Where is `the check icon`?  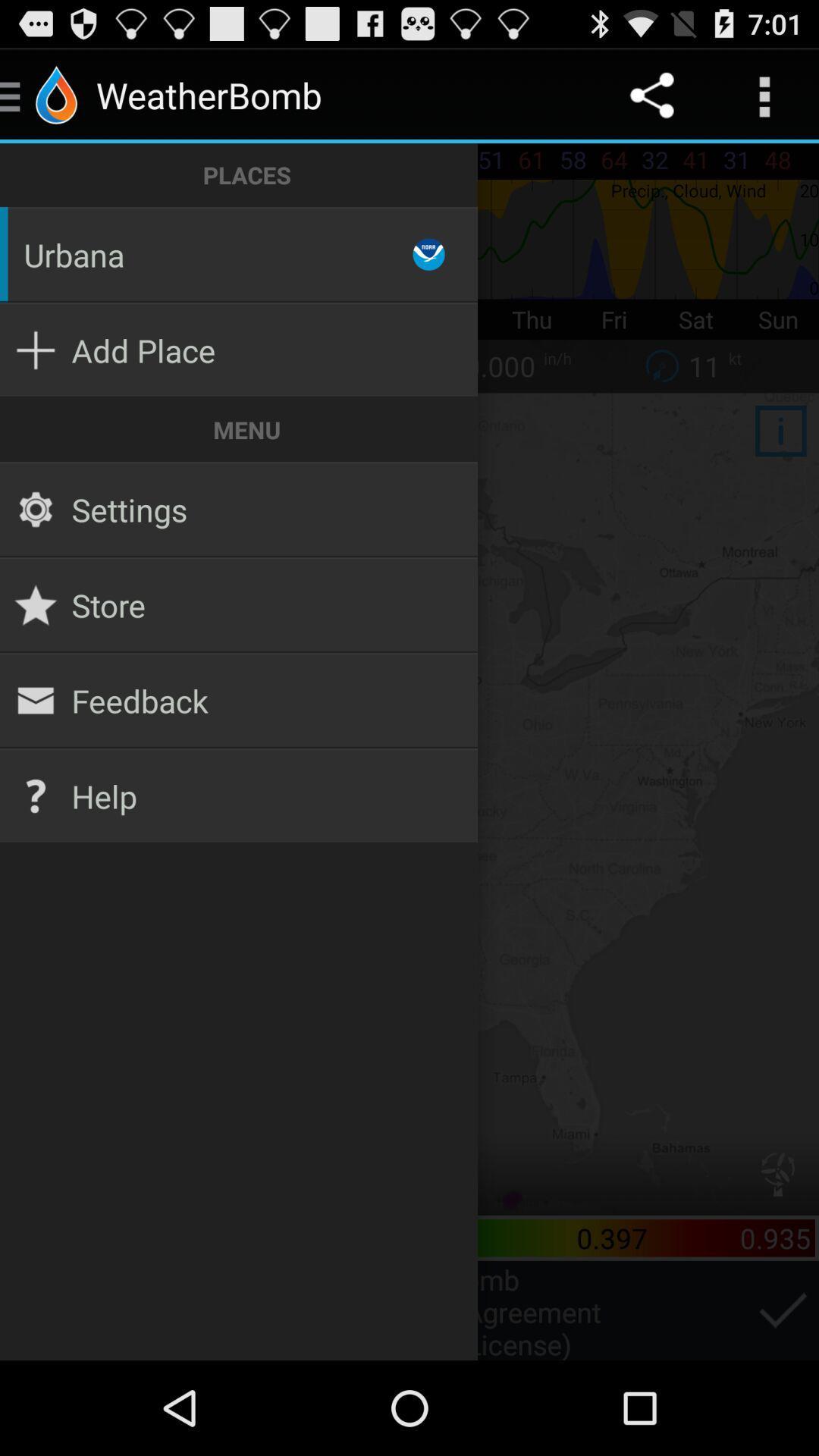
the check icon is located at coordinates (783, 1401).